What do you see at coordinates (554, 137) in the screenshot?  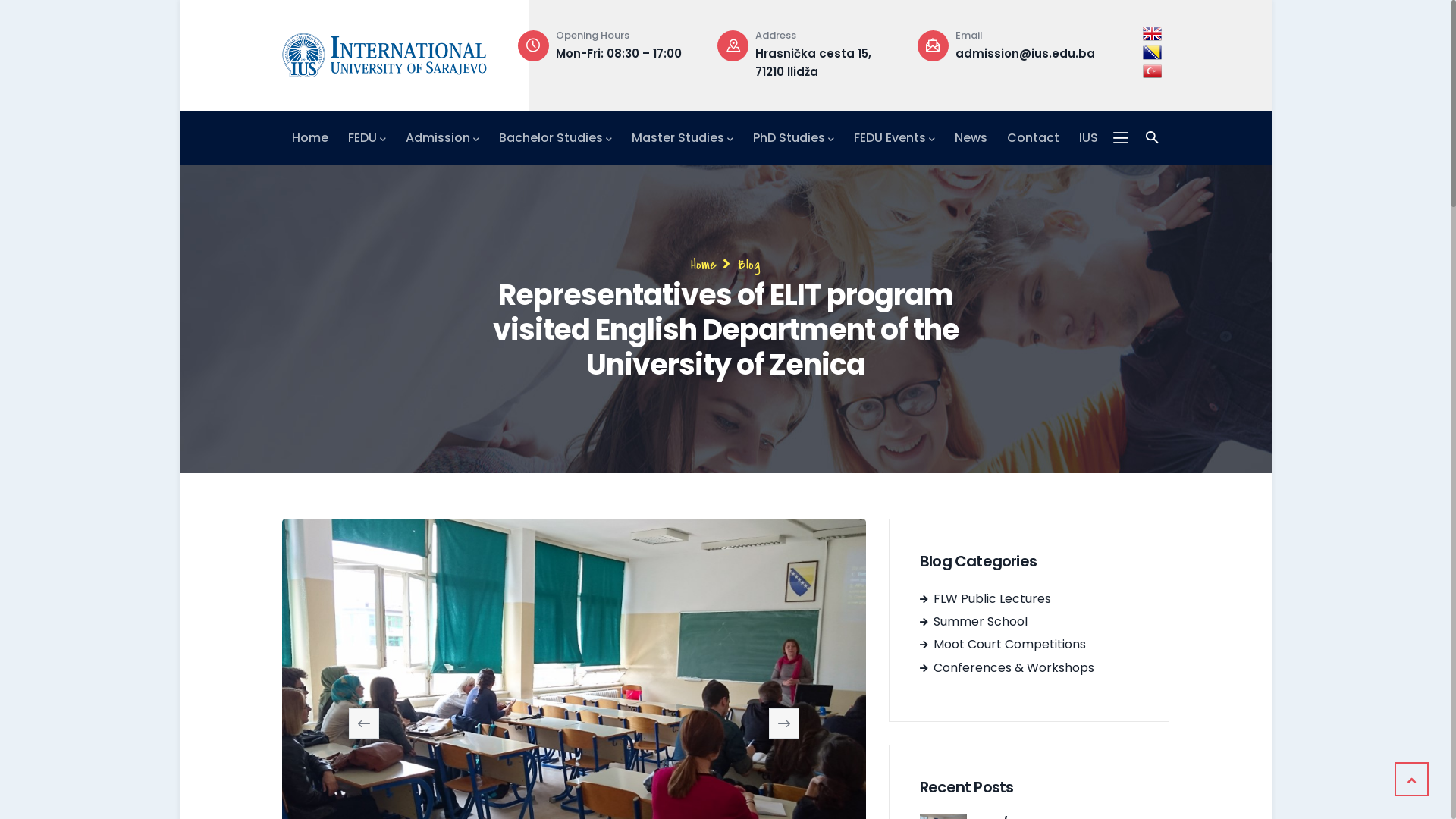 I see `'Bachelor Studies'` at bounding box center [554, 137].